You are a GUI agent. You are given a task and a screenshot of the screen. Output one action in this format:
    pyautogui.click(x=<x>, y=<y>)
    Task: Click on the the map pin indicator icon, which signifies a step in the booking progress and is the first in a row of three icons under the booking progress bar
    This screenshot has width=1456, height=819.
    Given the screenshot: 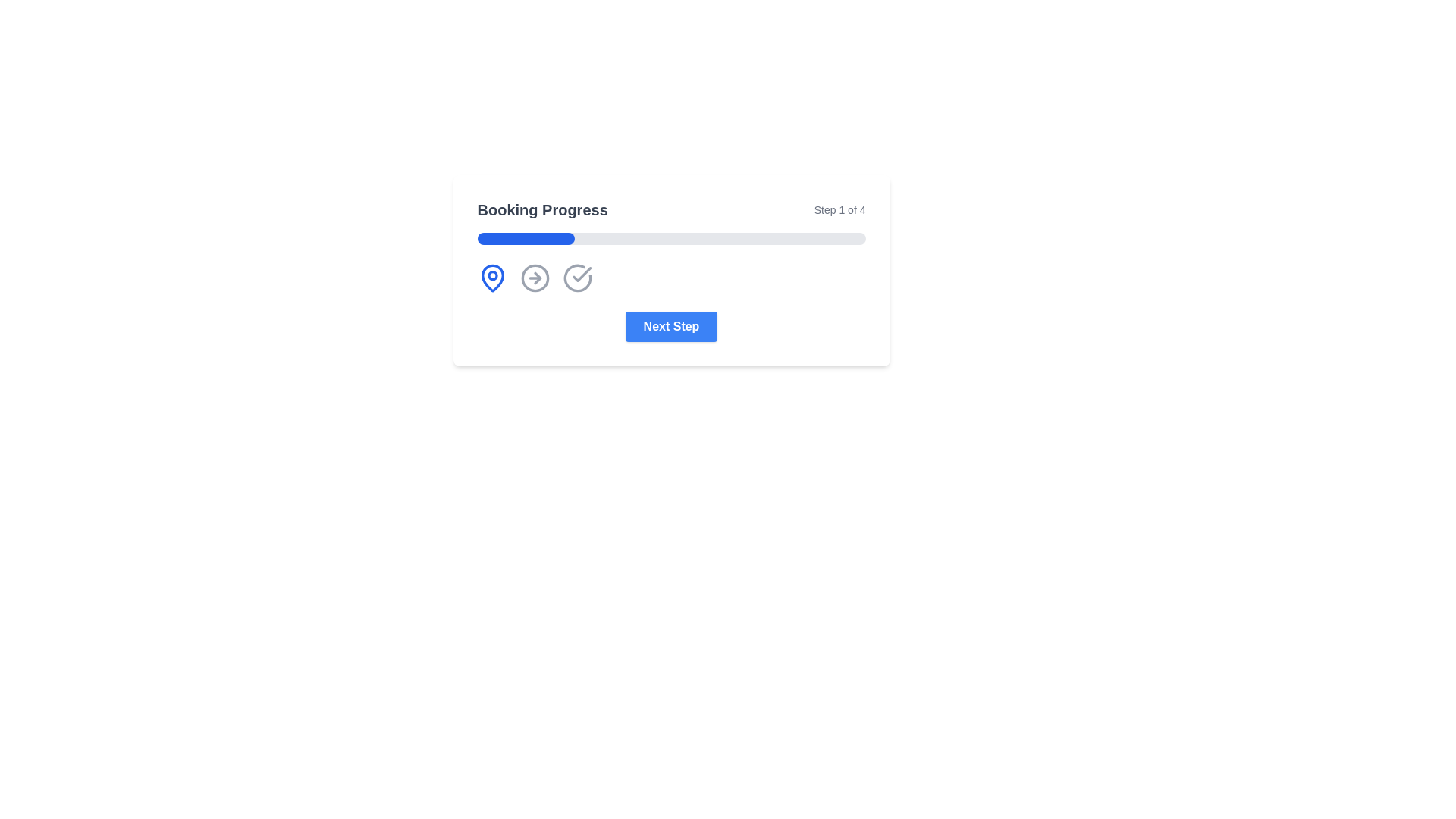 What is the action you would take?
    pyautogui.click(x=492, y=278)
    